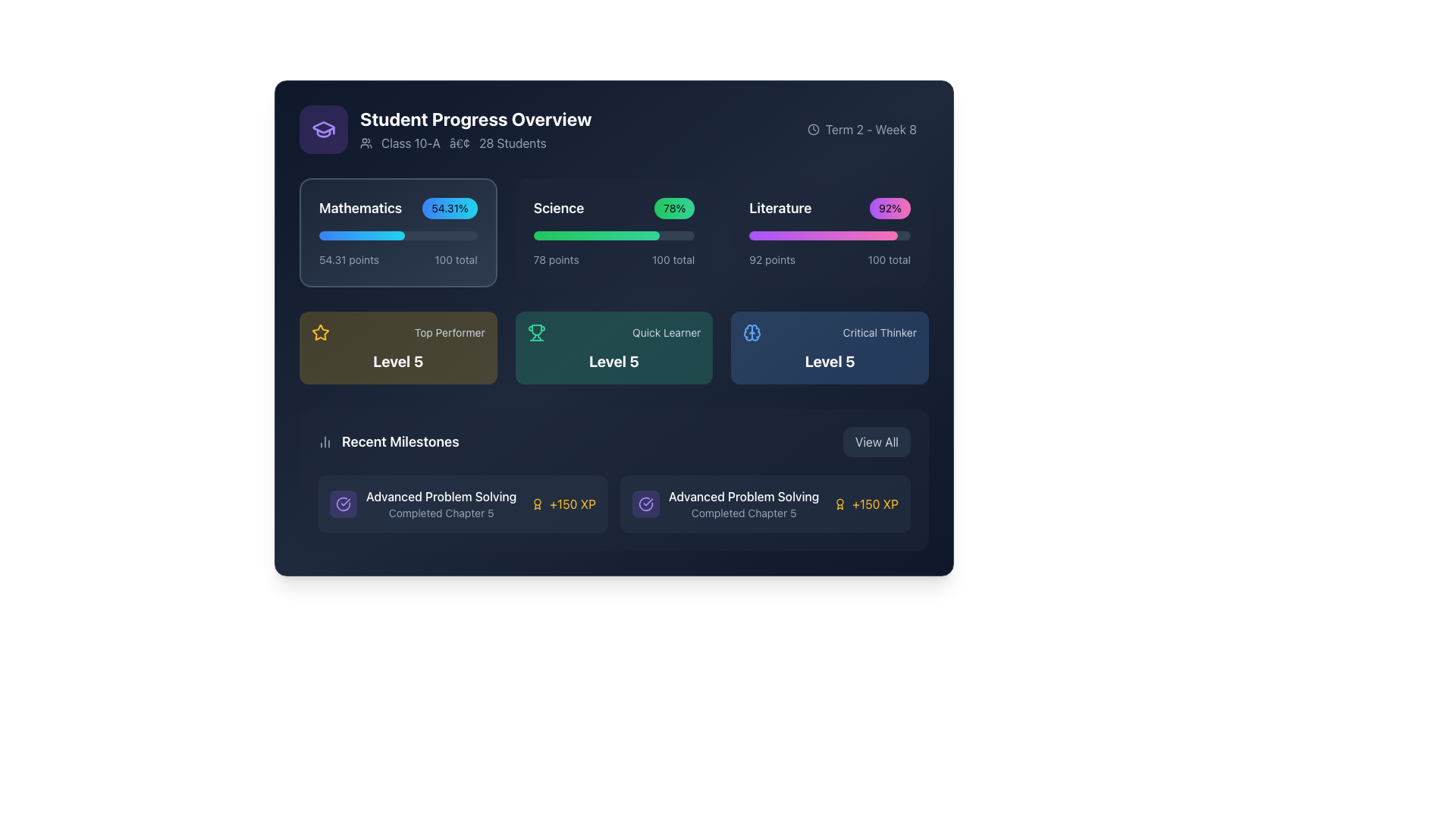 Image resolution: width=1456 pixels, height=819 pixels. Describe the element at coordinates (614, 233) in the screenshot. I see `the Grid of subject progress cards to get more information about student progress in each subject` at that location.